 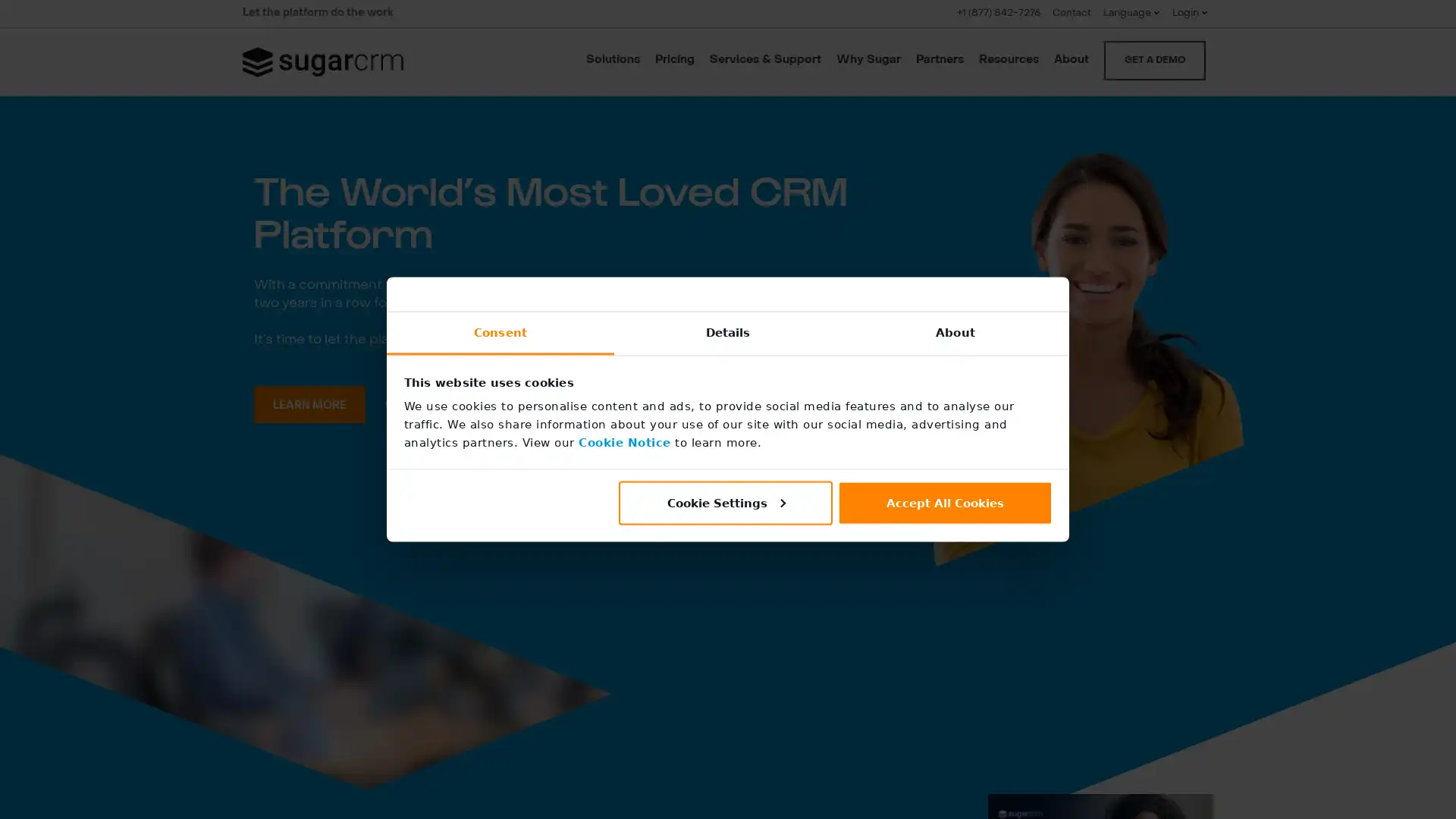 I want to click on WATCH VIDEO, so click(x=428, y=403).